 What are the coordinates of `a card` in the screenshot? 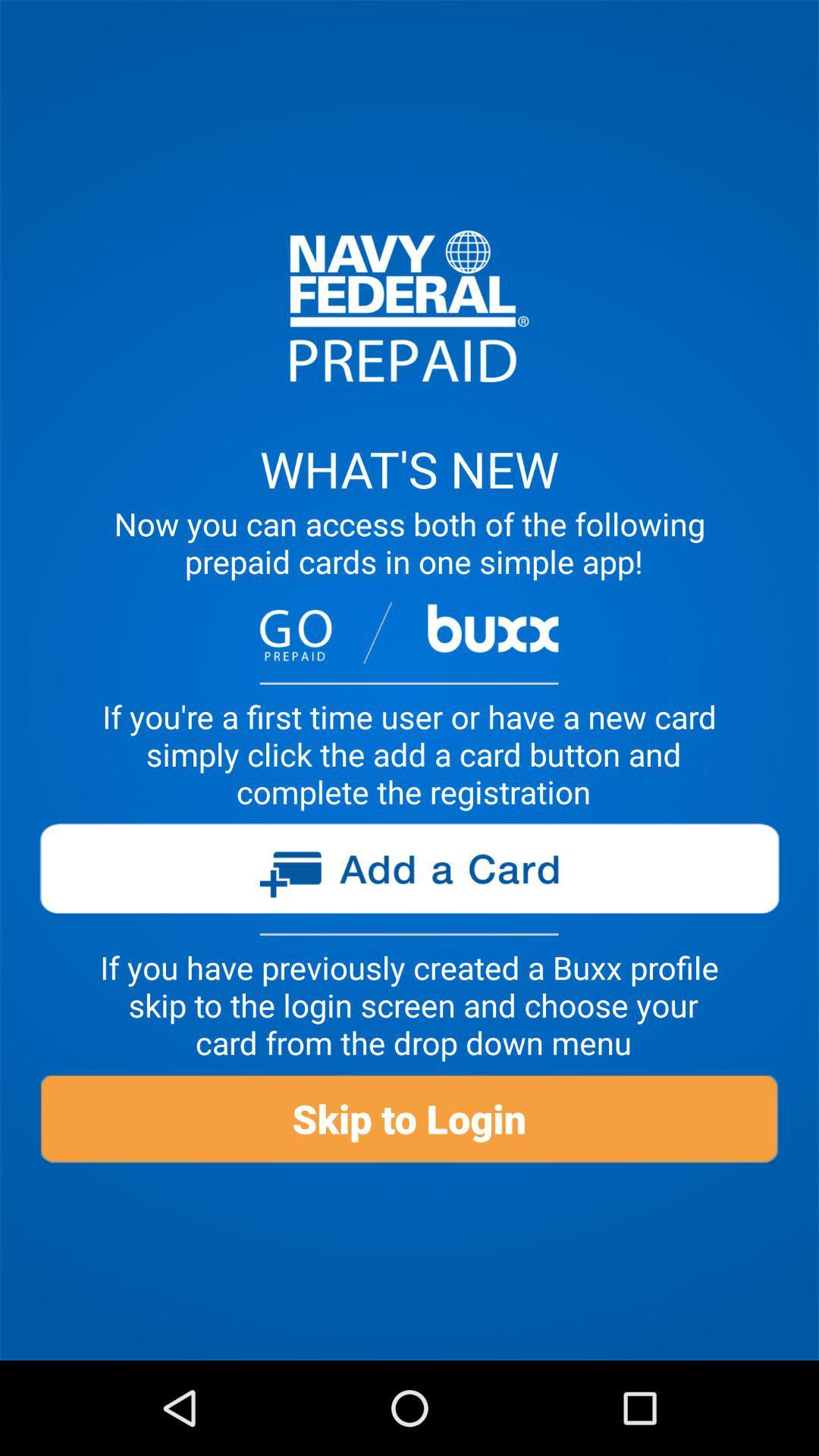 It's located at (408, 874).